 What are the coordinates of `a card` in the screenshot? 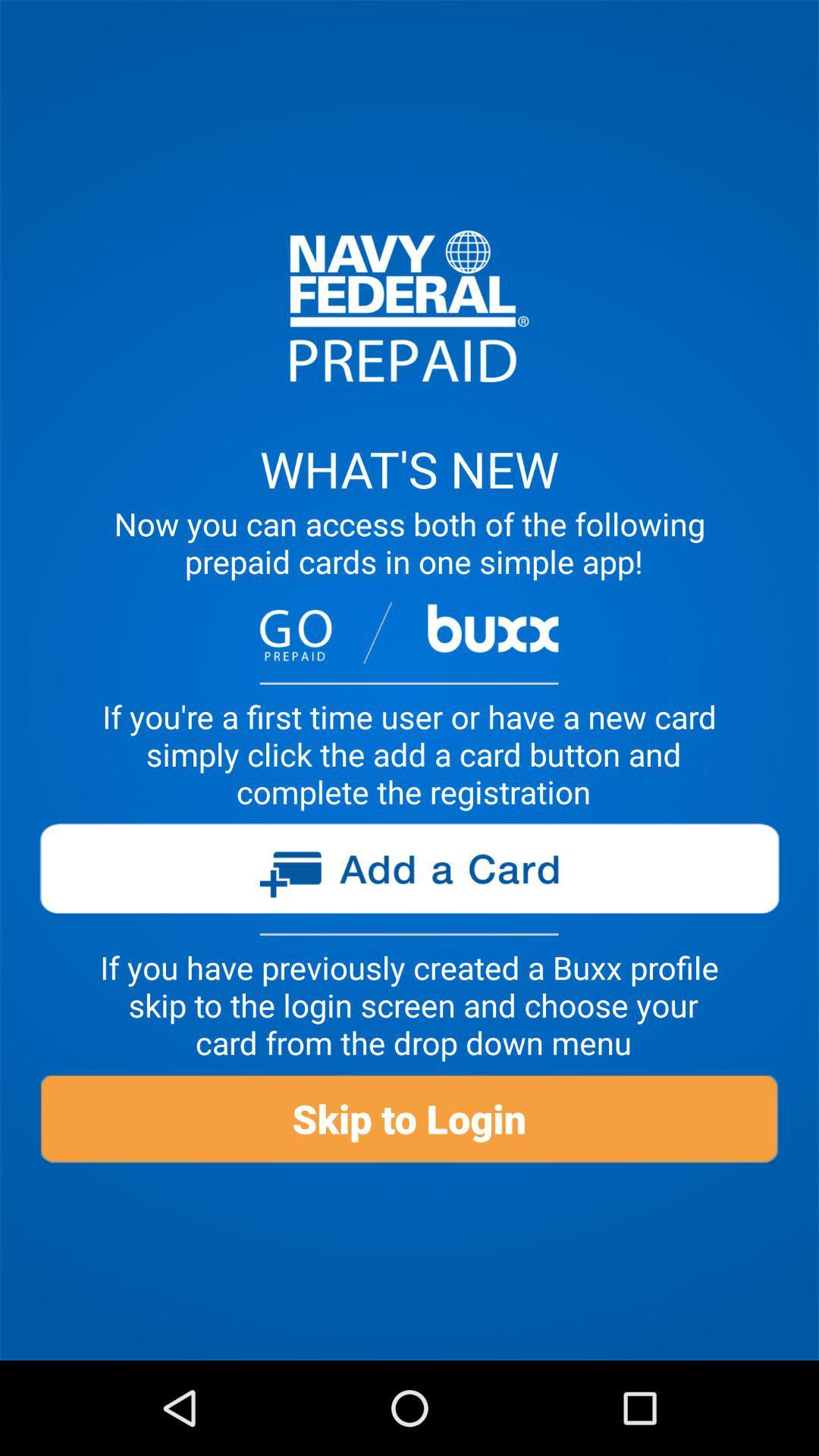 It's located at (408, 874).